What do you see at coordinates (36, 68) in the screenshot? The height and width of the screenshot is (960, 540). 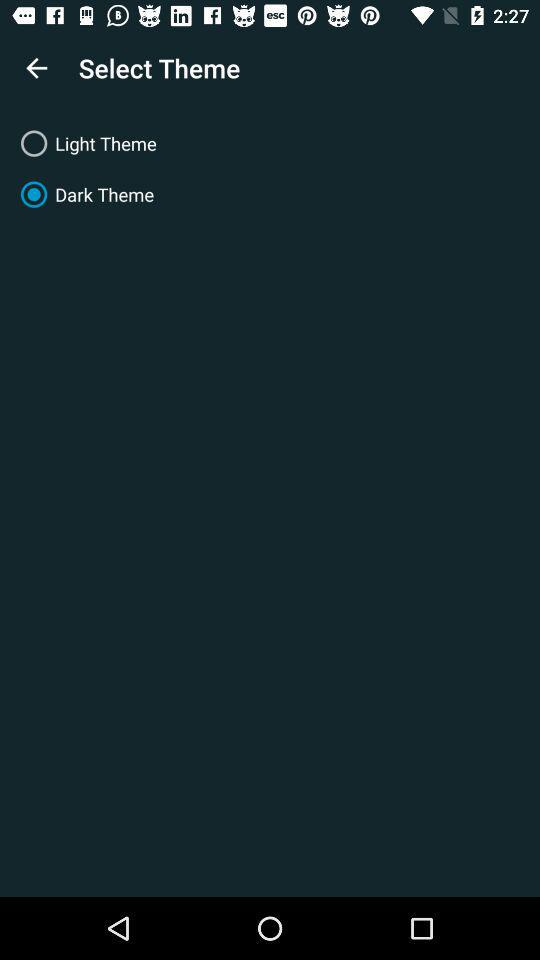 I see `the icon next to select theme item` at bounding box center [36, 68].